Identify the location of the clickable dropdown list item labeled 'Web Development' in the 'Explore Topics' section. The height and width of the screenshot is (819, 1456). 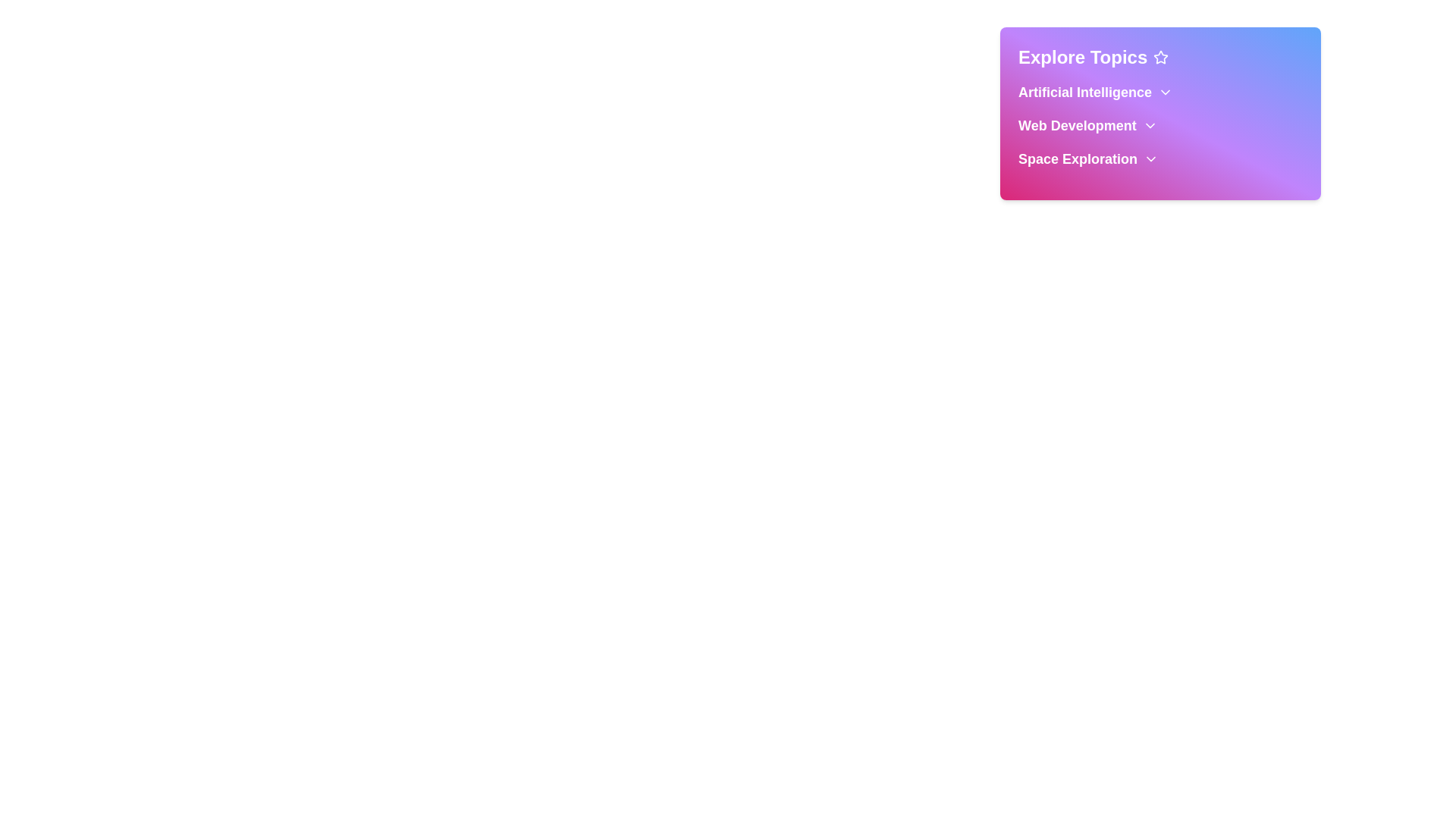
(1159, 124).